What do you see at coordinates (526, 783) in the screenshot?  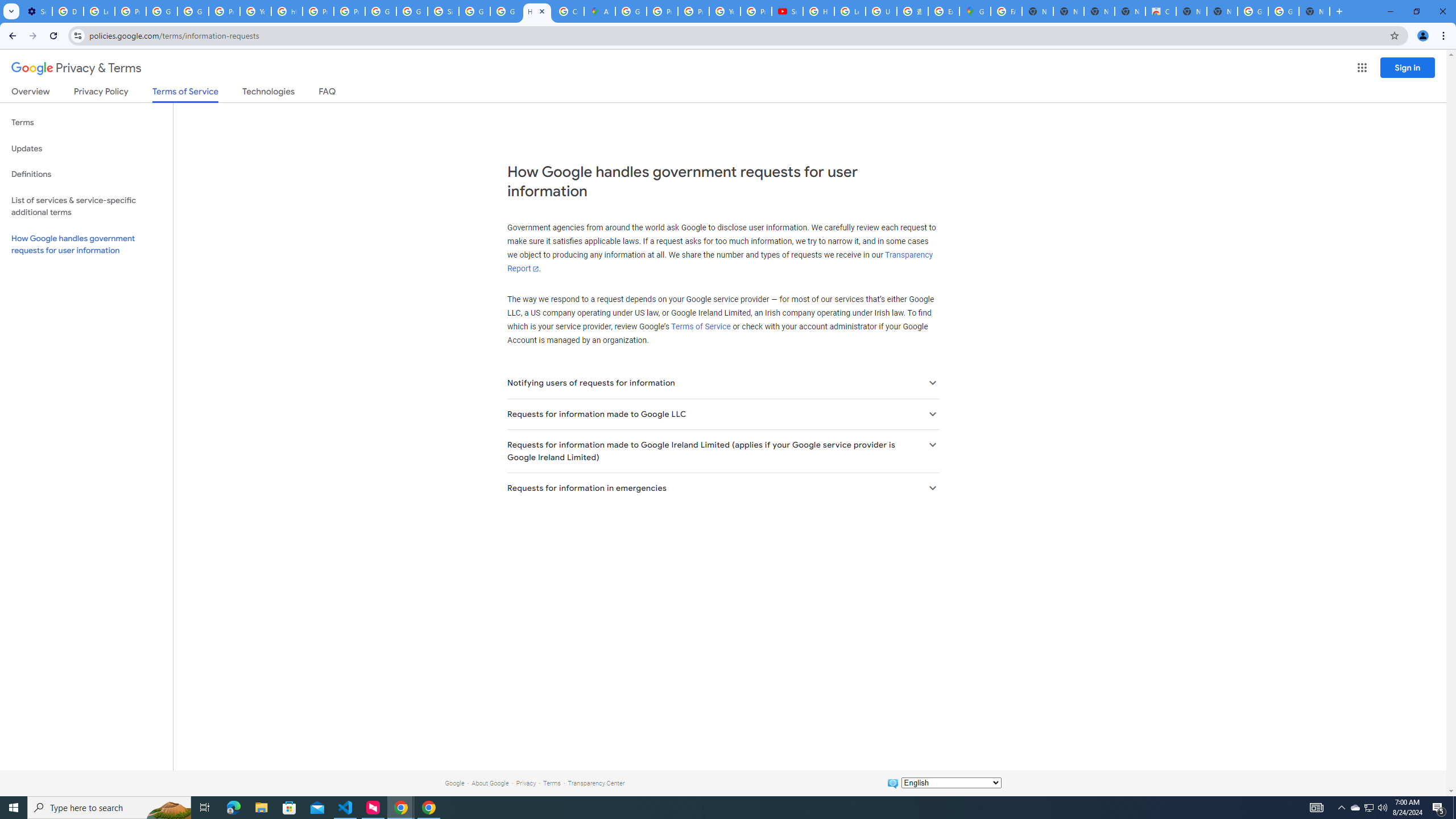 I see `'Privacy'` at bounding box center [526, 783].